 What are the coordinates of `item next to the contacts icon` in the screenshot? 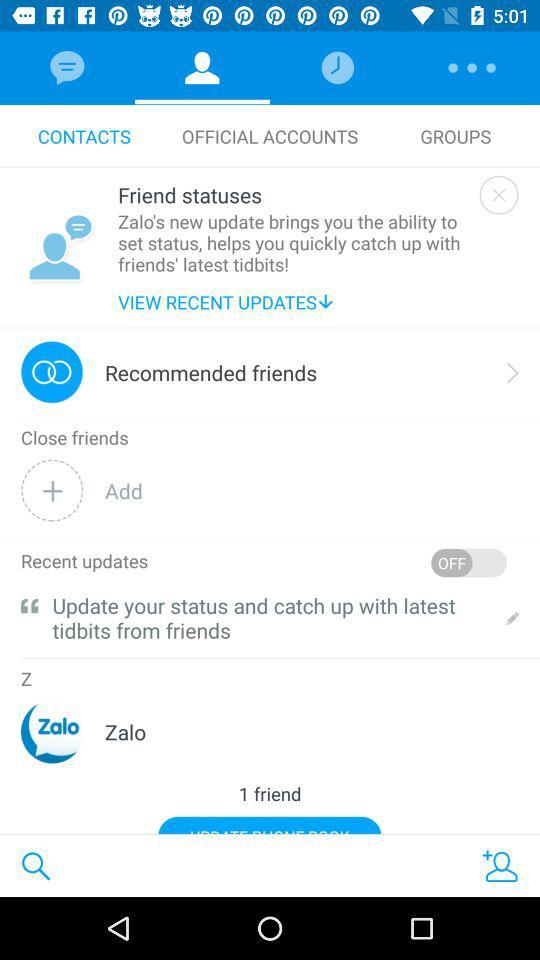 It's located at (270, 135).